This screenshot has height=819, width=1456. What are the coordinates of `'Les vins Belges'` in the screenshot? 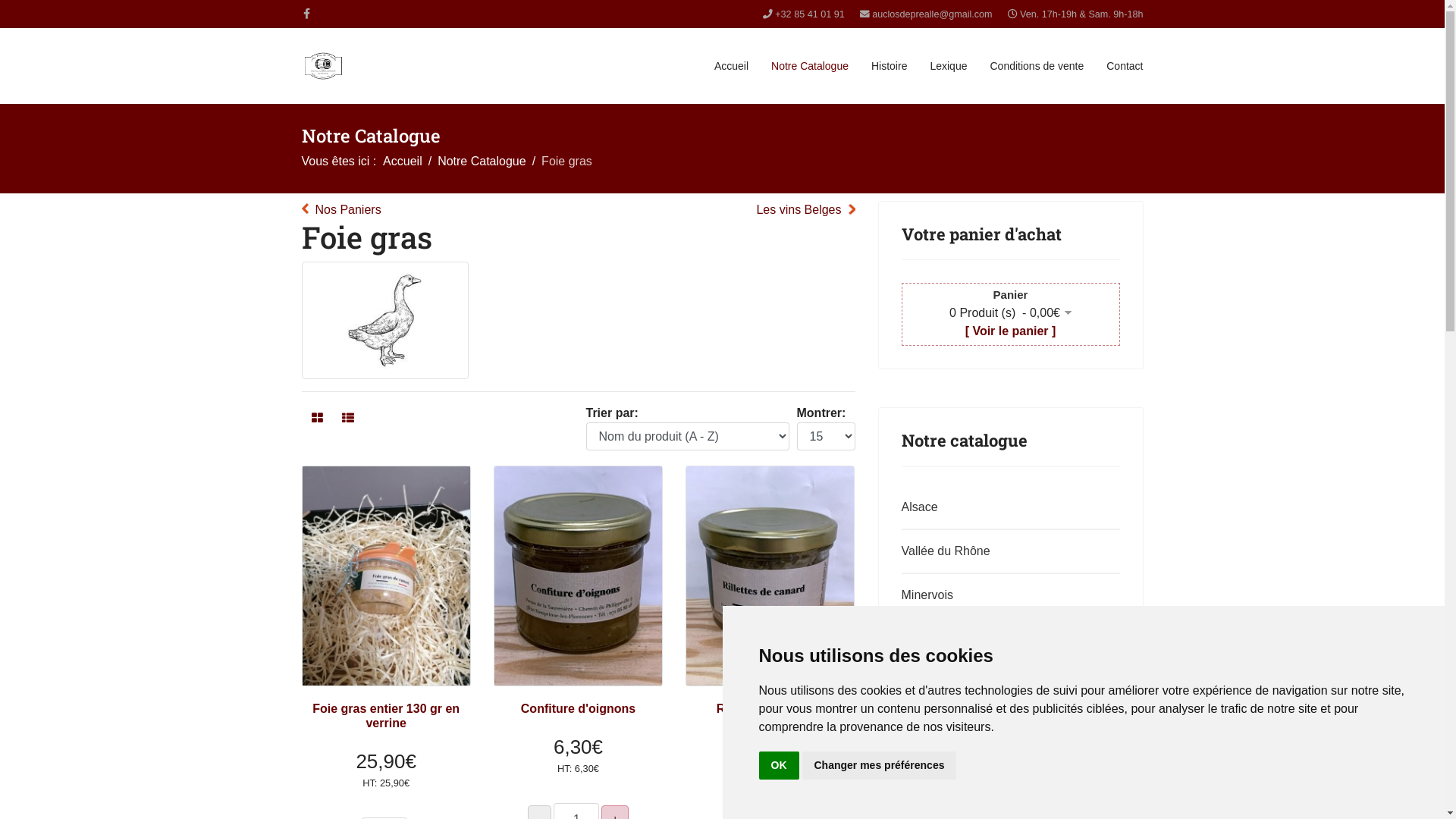 It's located at (804, 210).